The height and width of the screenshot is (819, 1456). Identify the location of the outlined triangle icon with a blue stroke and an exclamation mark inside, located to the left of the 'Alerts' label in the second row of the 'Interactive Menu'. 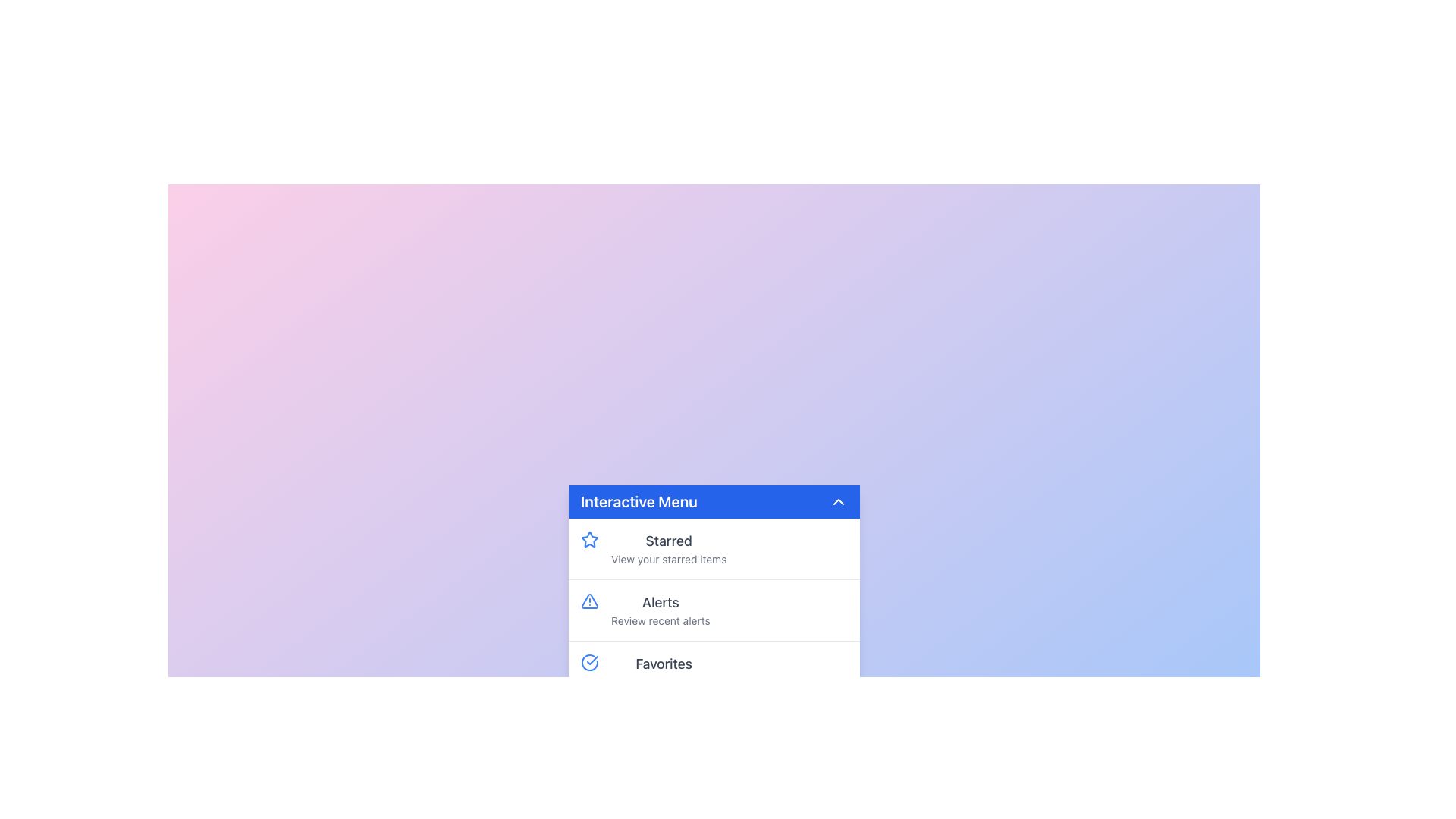
(588, 601).